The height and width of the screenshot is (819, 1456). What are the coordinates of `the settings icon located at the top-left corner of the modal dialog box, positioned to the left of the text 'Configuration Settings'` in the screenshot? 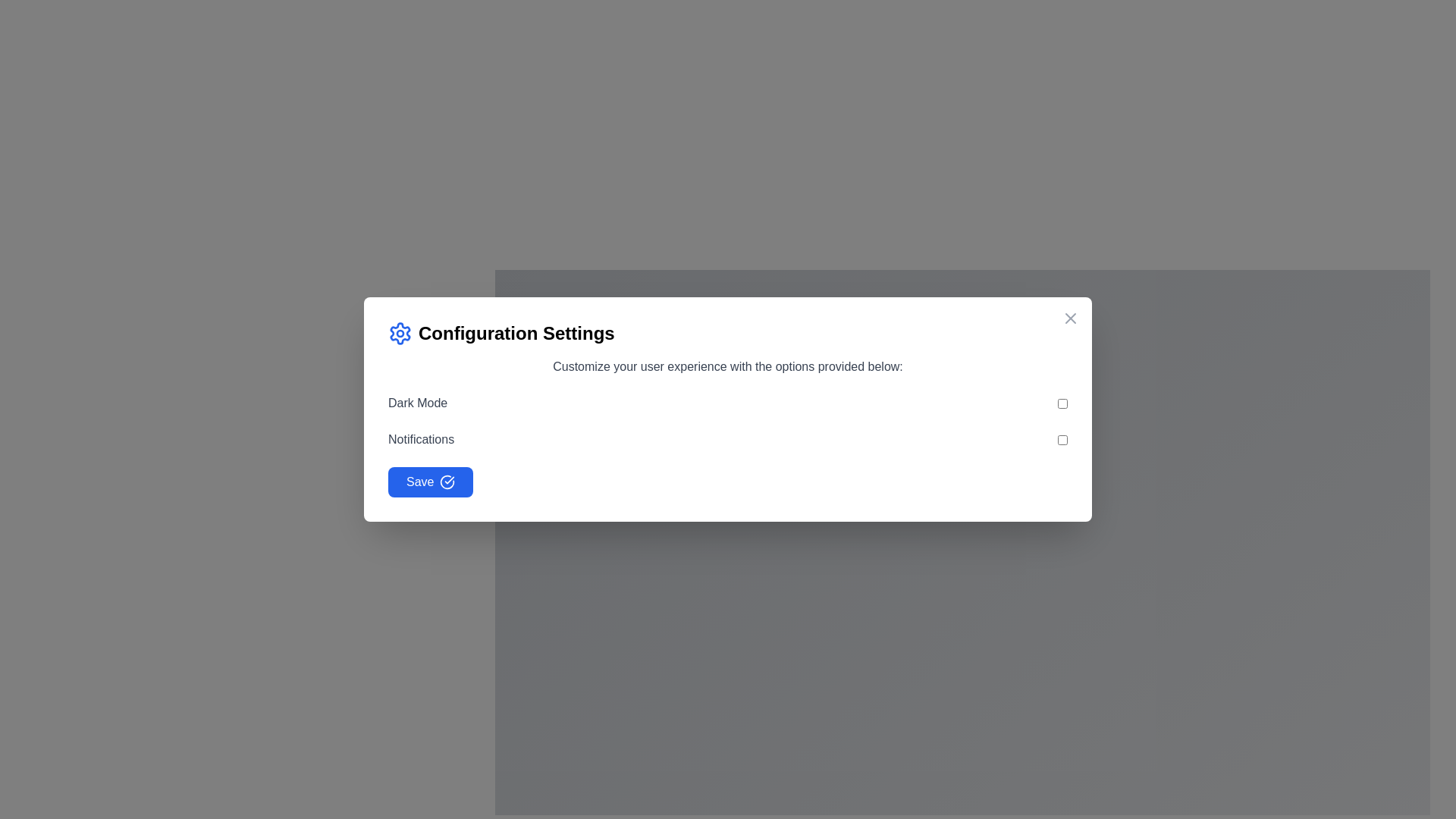 It's located at (400, 332).